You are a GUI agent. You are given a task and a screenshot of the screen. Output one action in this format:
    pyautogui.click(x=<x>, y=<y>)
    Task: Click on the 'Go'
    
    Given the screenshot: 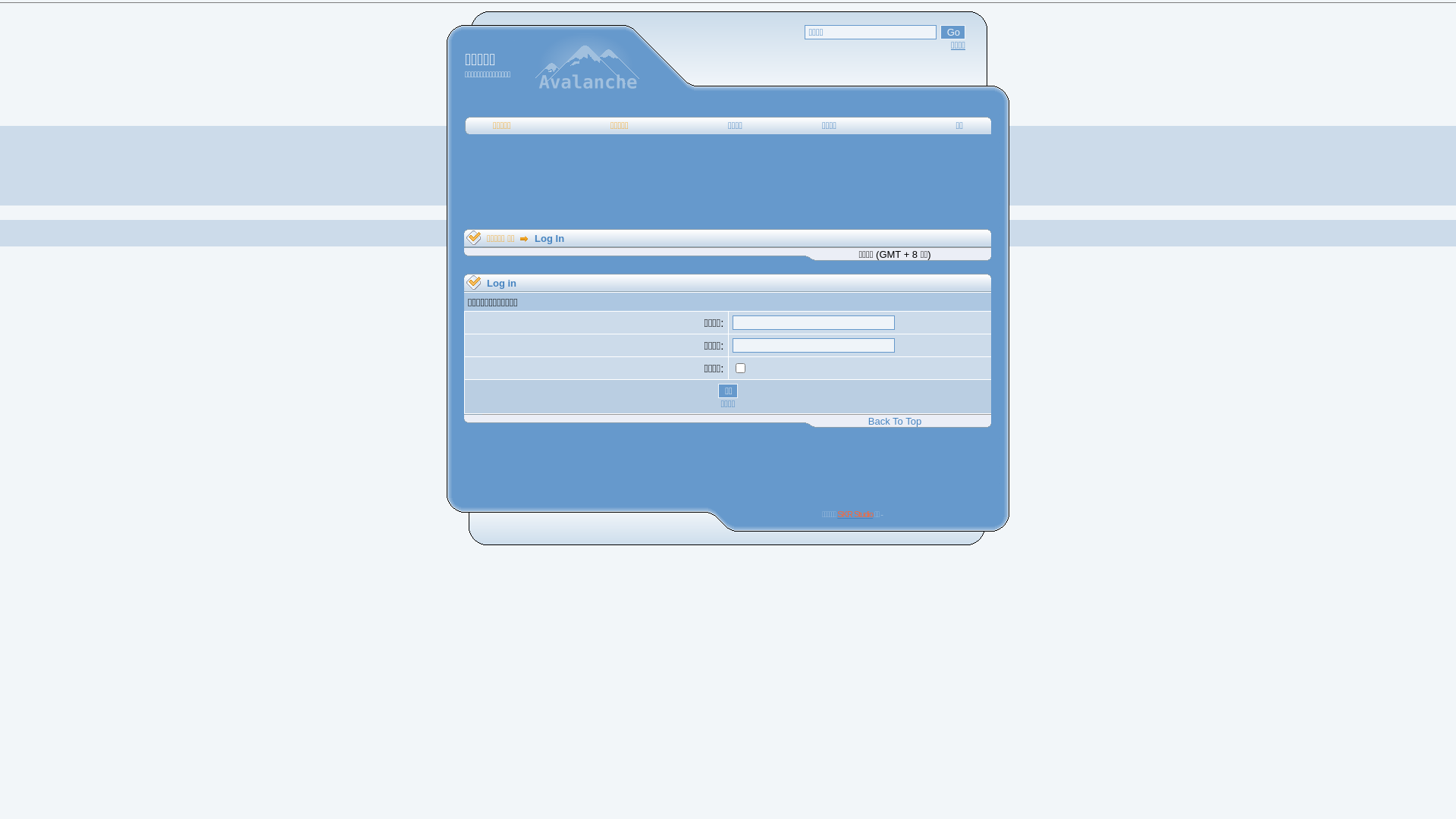 What is the action you would take?
    pyautogui.click(x=952, y=32)
    